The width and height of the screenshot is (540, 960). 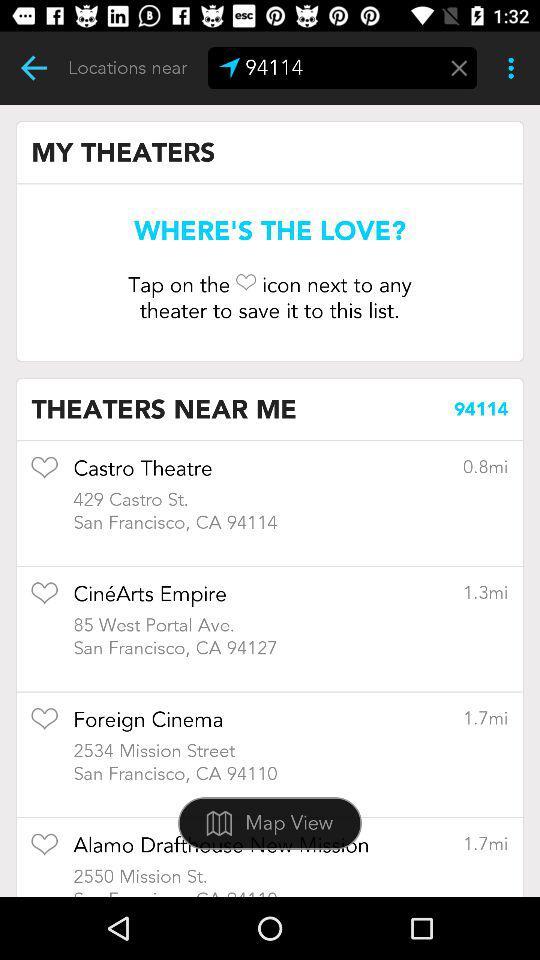 What do you see at coordinates (44, 850) in the screenshot?
I see `like item` at bounding box center [44, 850].